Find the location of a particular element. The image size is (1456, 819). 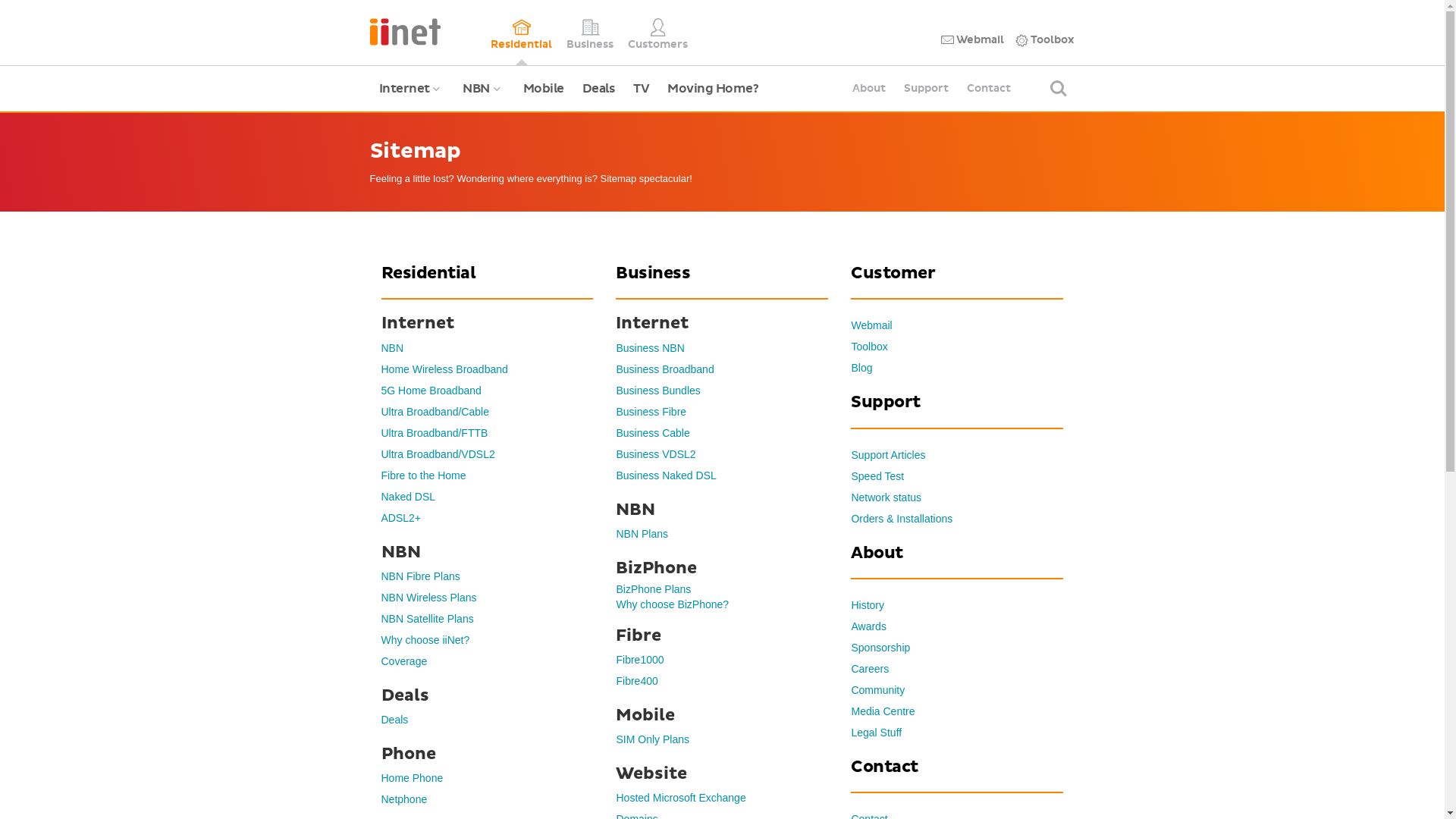

'Moving Home?' is located at coordinates (712, 88).